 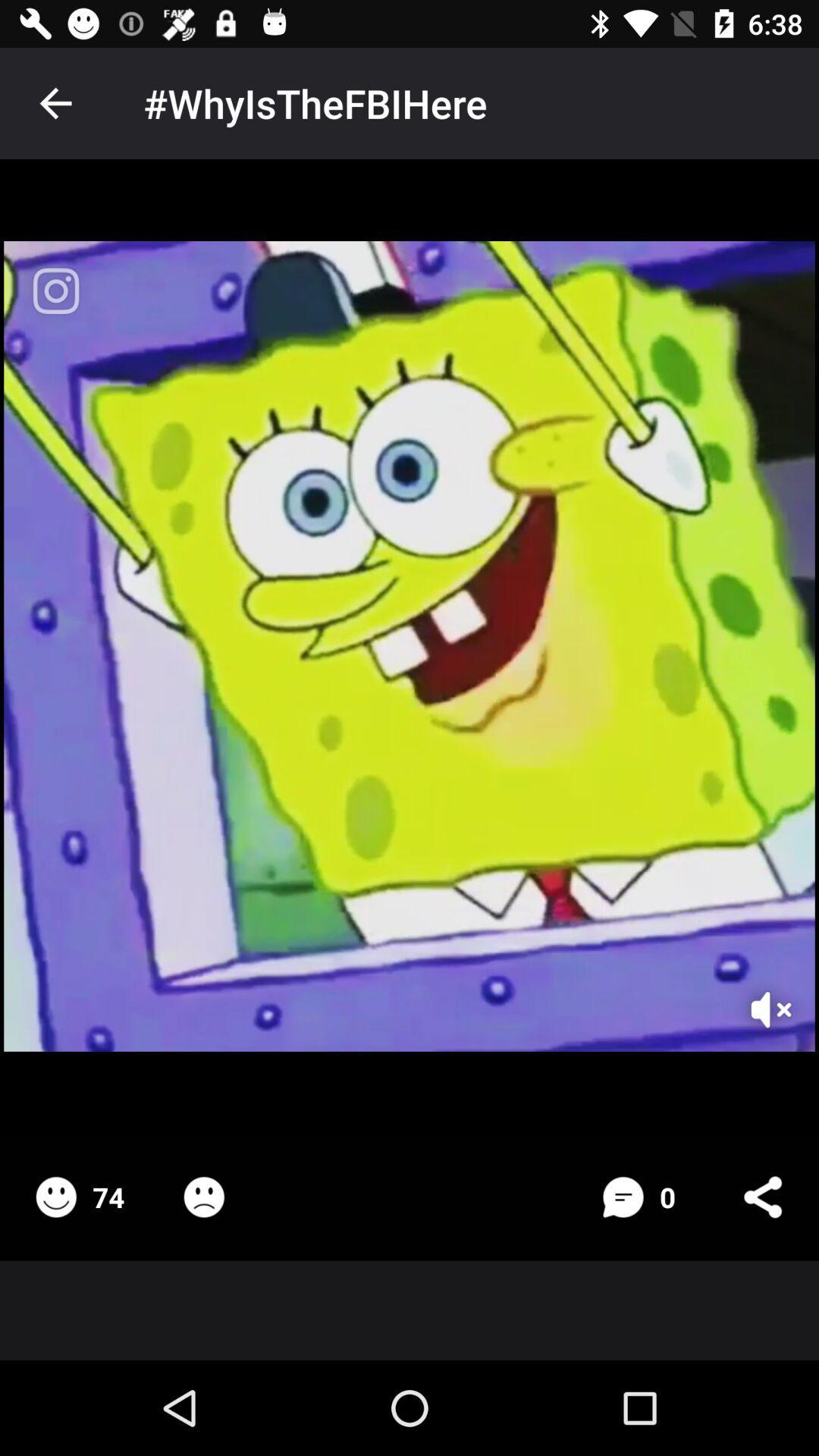 What do you see at coordinates (55, 290) in the screenshot?
I see `the photo icon` at bounding box center [55, 290].